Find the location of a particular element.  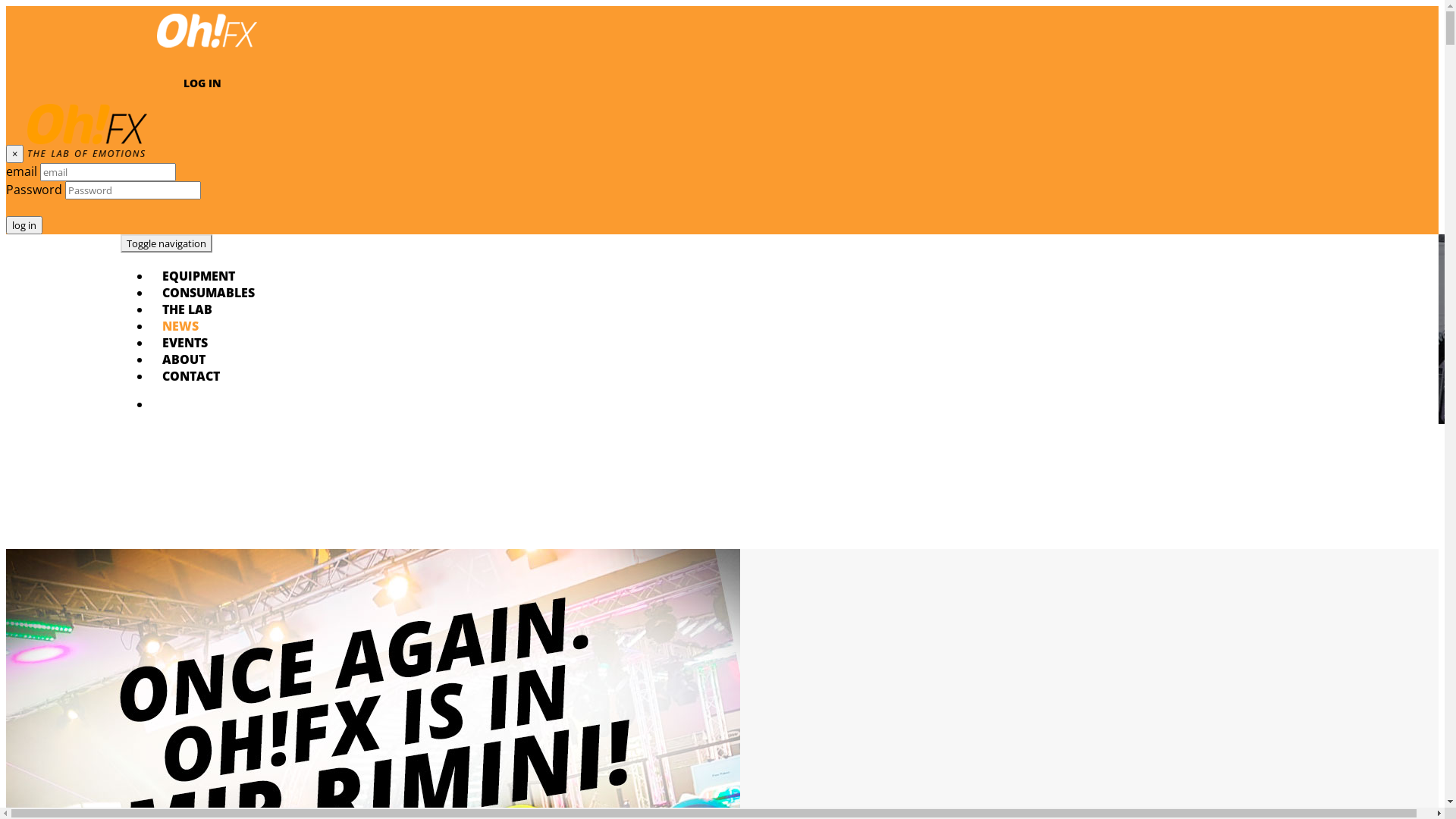

'ABOUT' is located at coordinates (183, 359).